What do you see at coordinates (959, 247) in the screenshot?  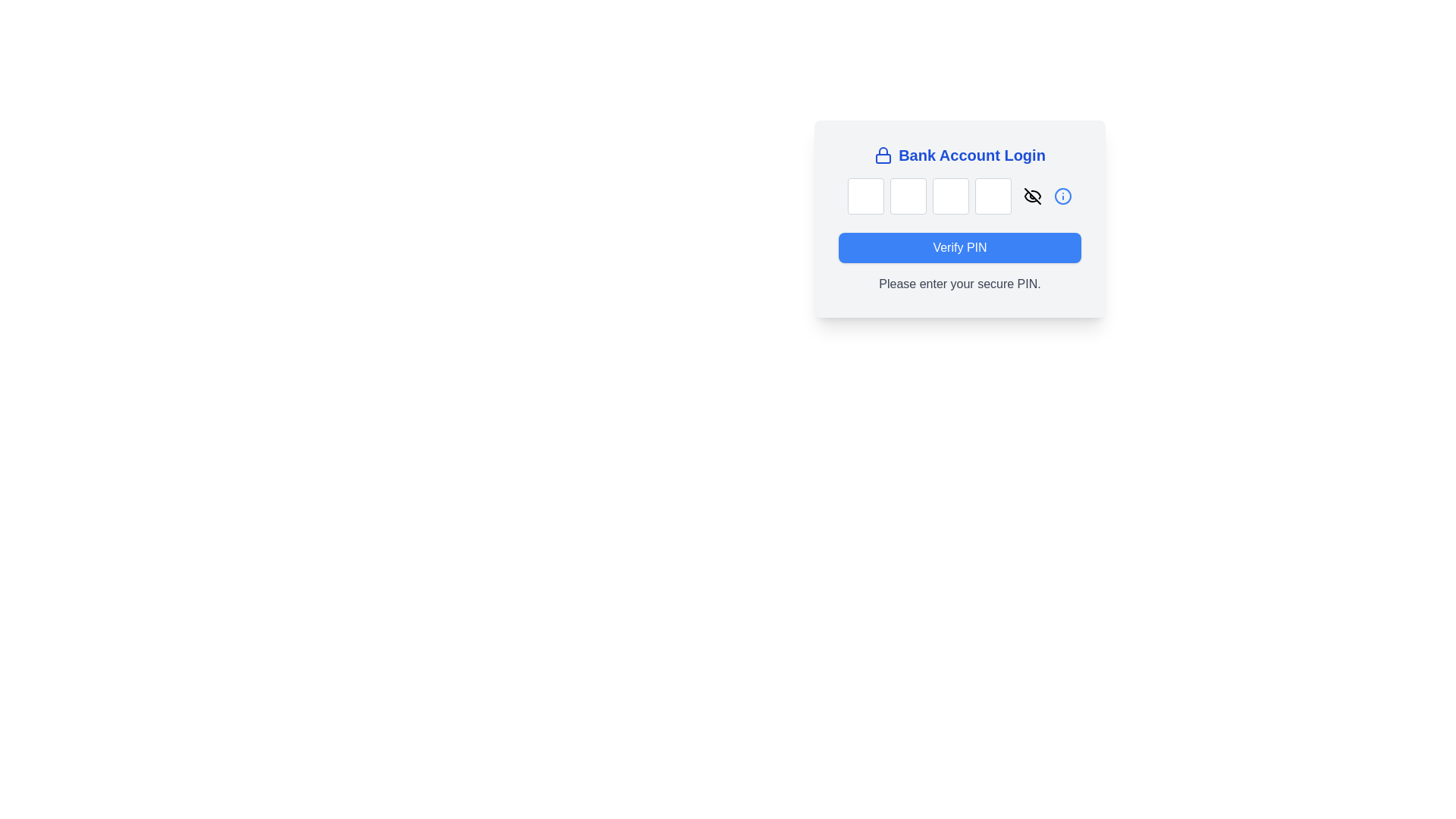 I see `the 'Verify PIN' button located below the PIN input fields` at bounding box center [959, 247].